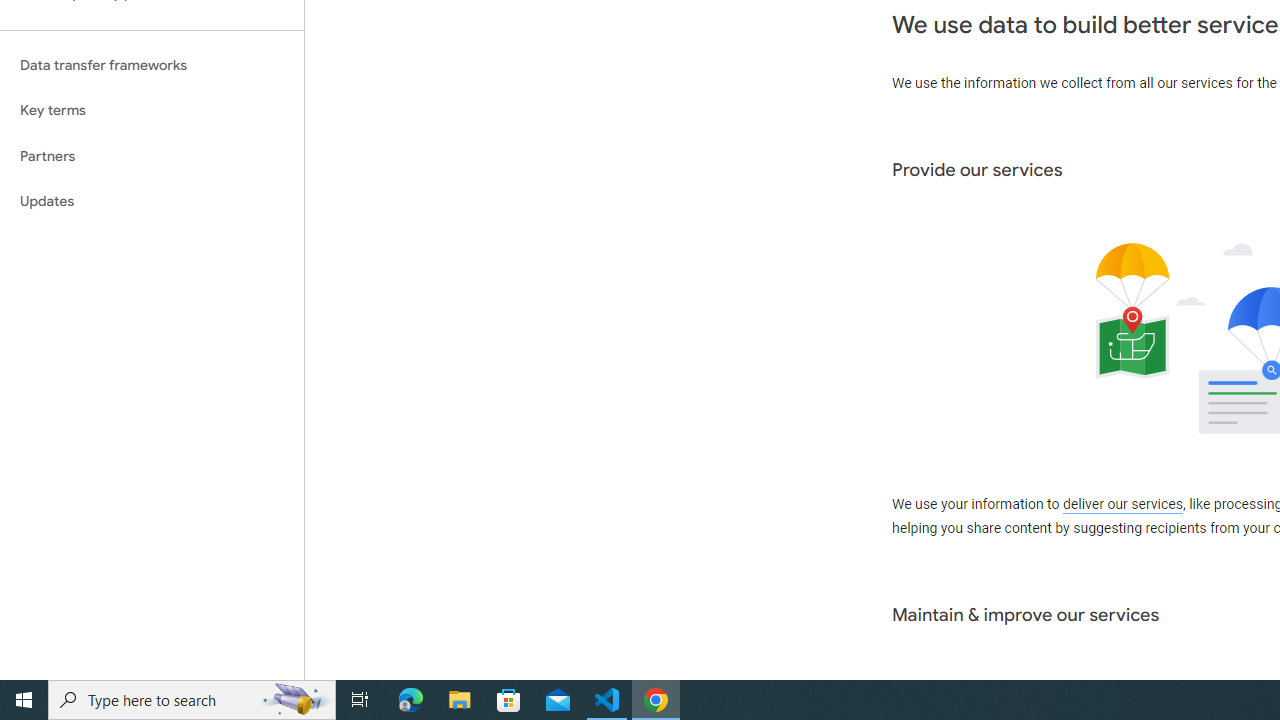 The image size is (1280, 720). What do you see at coordinates (1122, 504) in the screenshot?
I see `'deliver our services'` at bounding box center [1122, 504].